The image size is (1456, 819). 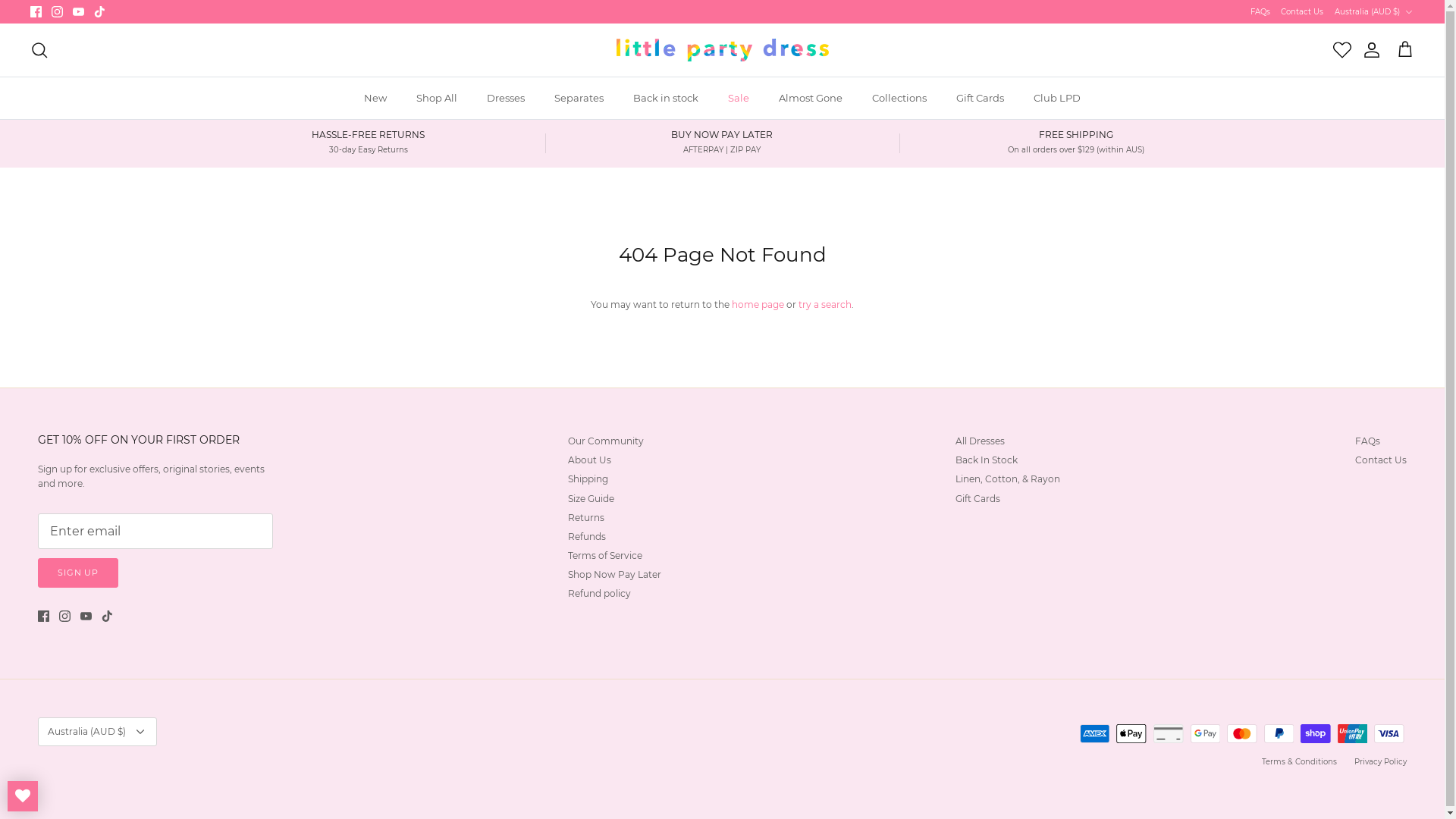 I want to click on 'Separates', so click(x=578, y=99).